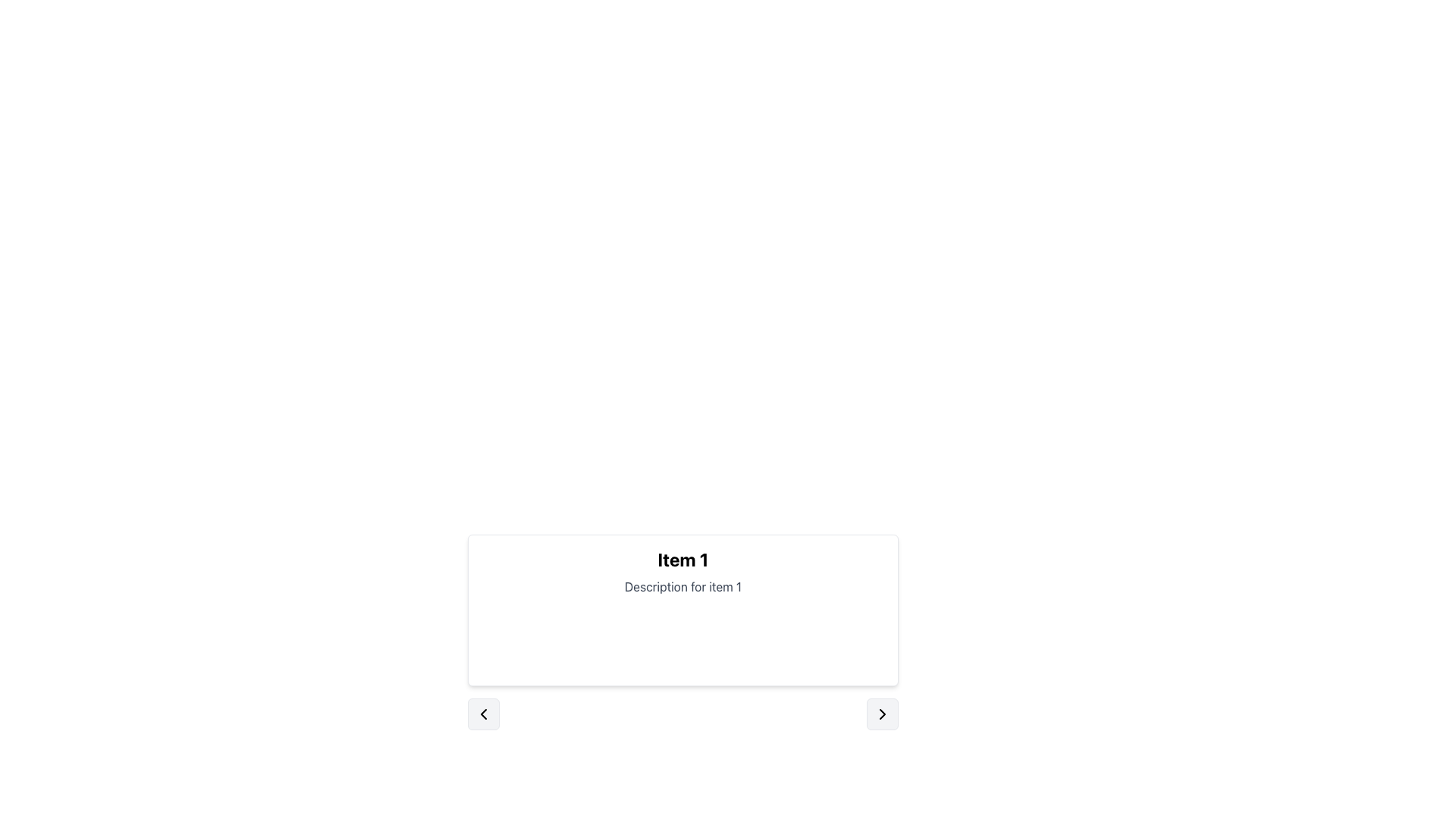 Image resolution: width=1456 pixels, height=819 pixels. What do you see at coordinates (882, 714) in the screenshot?
I see `the navigation button located at the lower-right corner of the card titled 'Item 1' to provide visual feedback` at bounding box center [882, 714].